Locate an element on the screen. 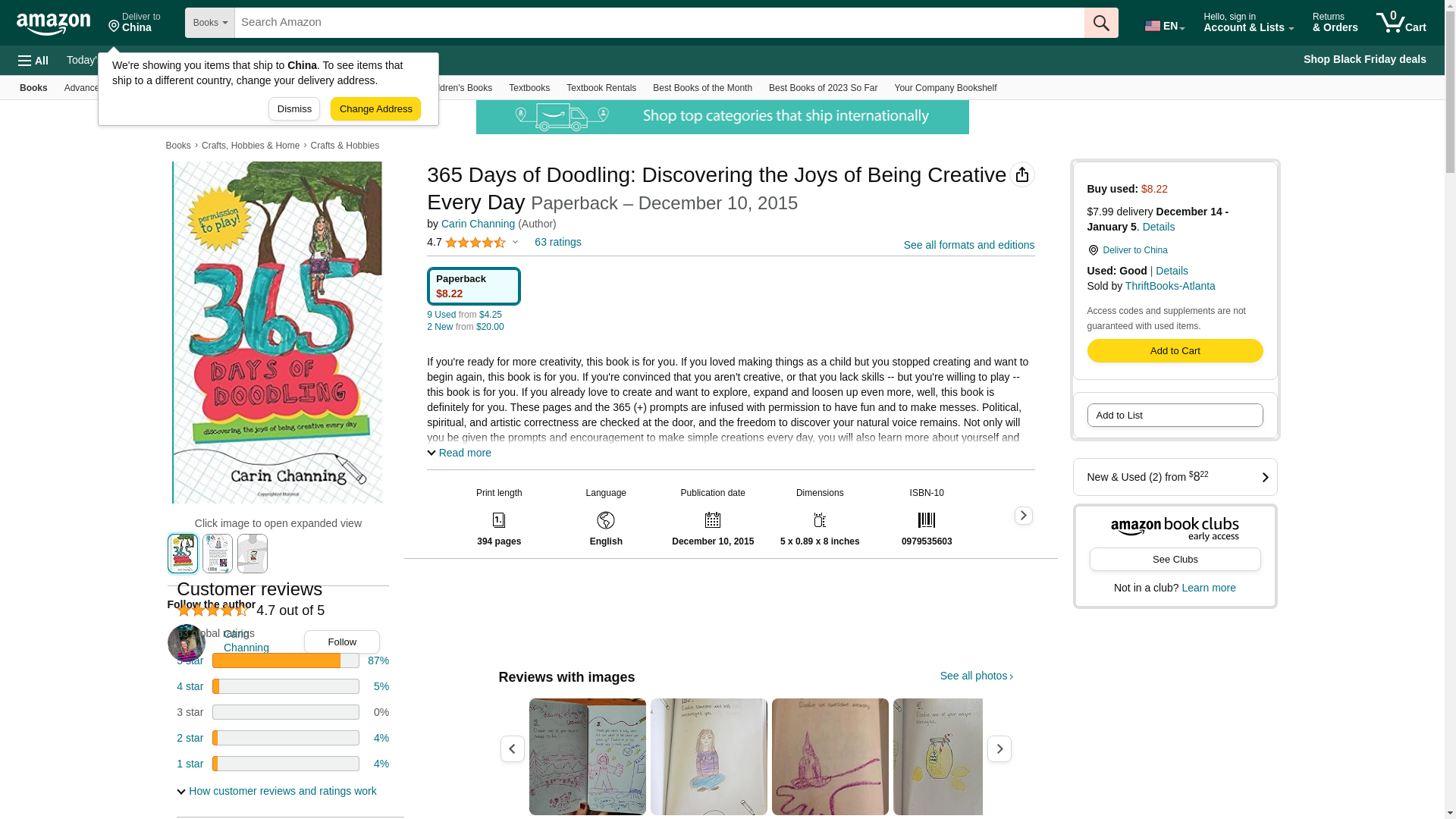 The height and width of the screenshot is (819, 1456). 'Follow' is located at coordinates (304, 642).